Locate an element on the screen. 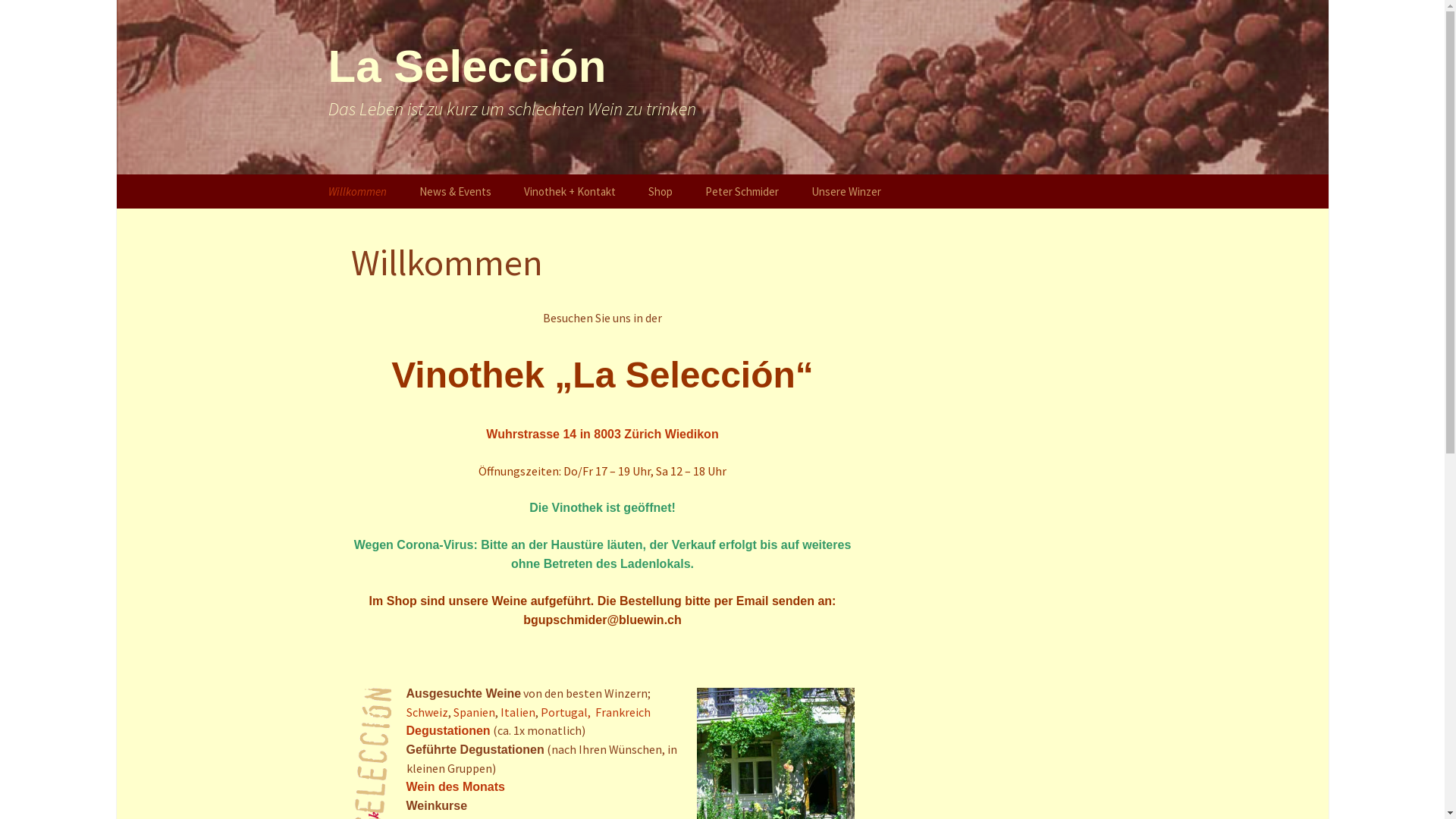 The width and height of the screenshot is (1456, 819). 'Wein des Monats' is located at coordinates (454, 786).